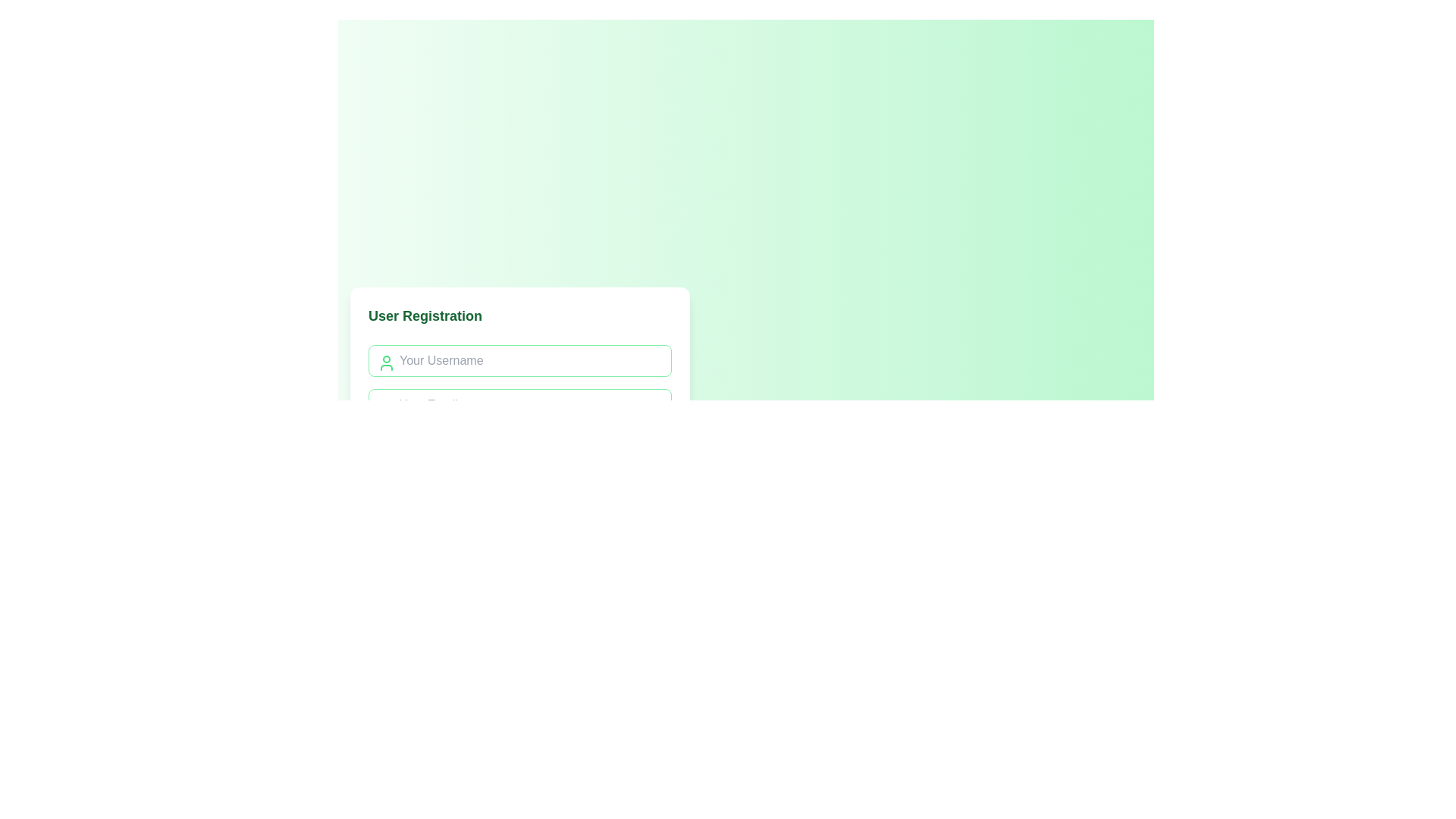 This screenshot has width=1456, height=819. I want to click on the icon located in the top-left corner of the username input field, which visually indicates the purpose of the field for entering user details, so click(386, 362).